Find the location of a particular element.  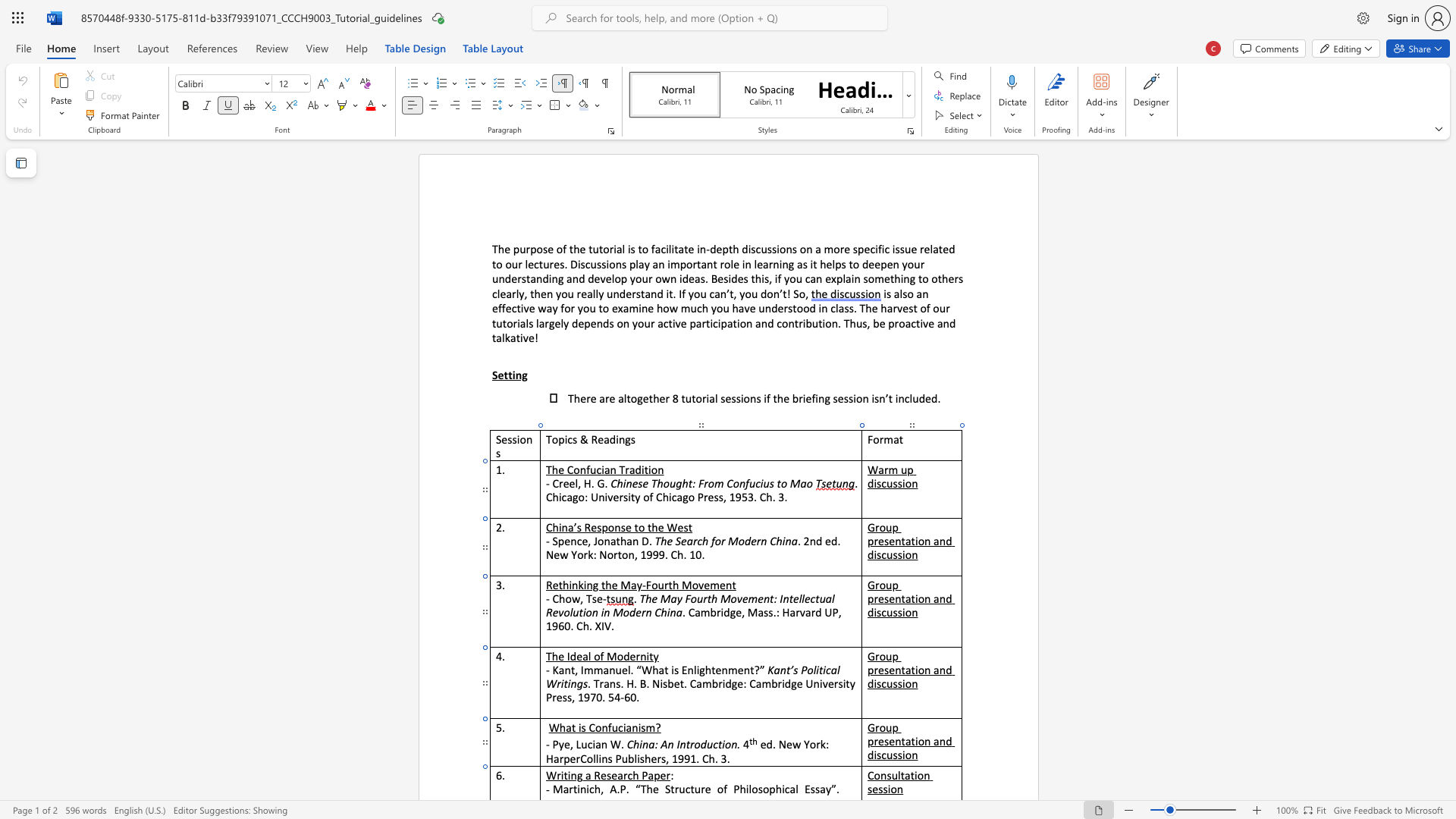

the 1th character "h" in the text is located at coordinates (648, 758).